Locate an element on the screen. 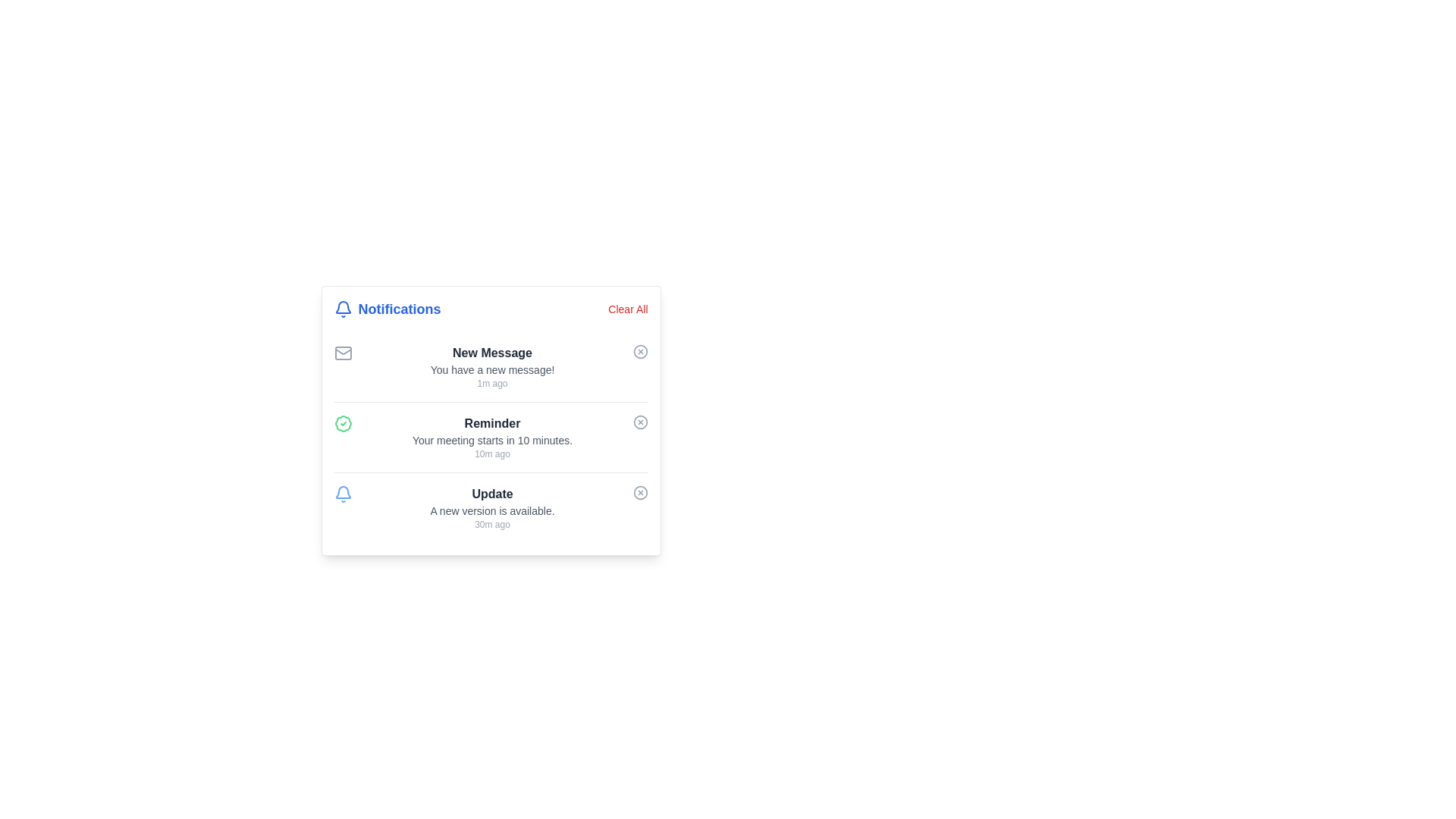 This screenshot has height=819, width=1456. the title text label of the third notification entry in the notifications list, which summarizes the notification's topic is located at coordinates (492, 494).